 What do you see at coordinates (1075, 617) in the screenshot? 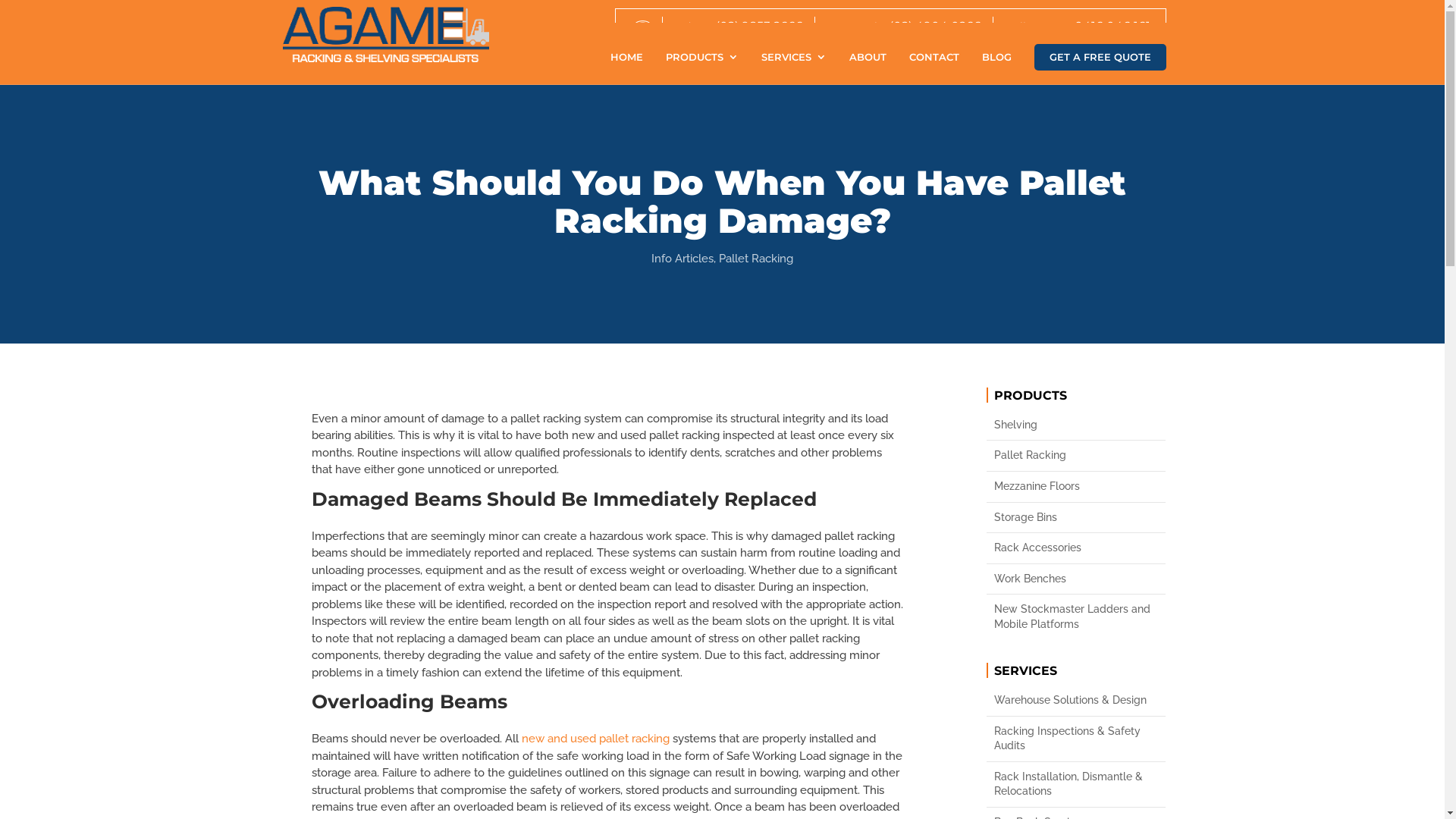
I see `'New Stockmaster Ladders and Mobile Platforms'` at bounding box center [1075, 617].